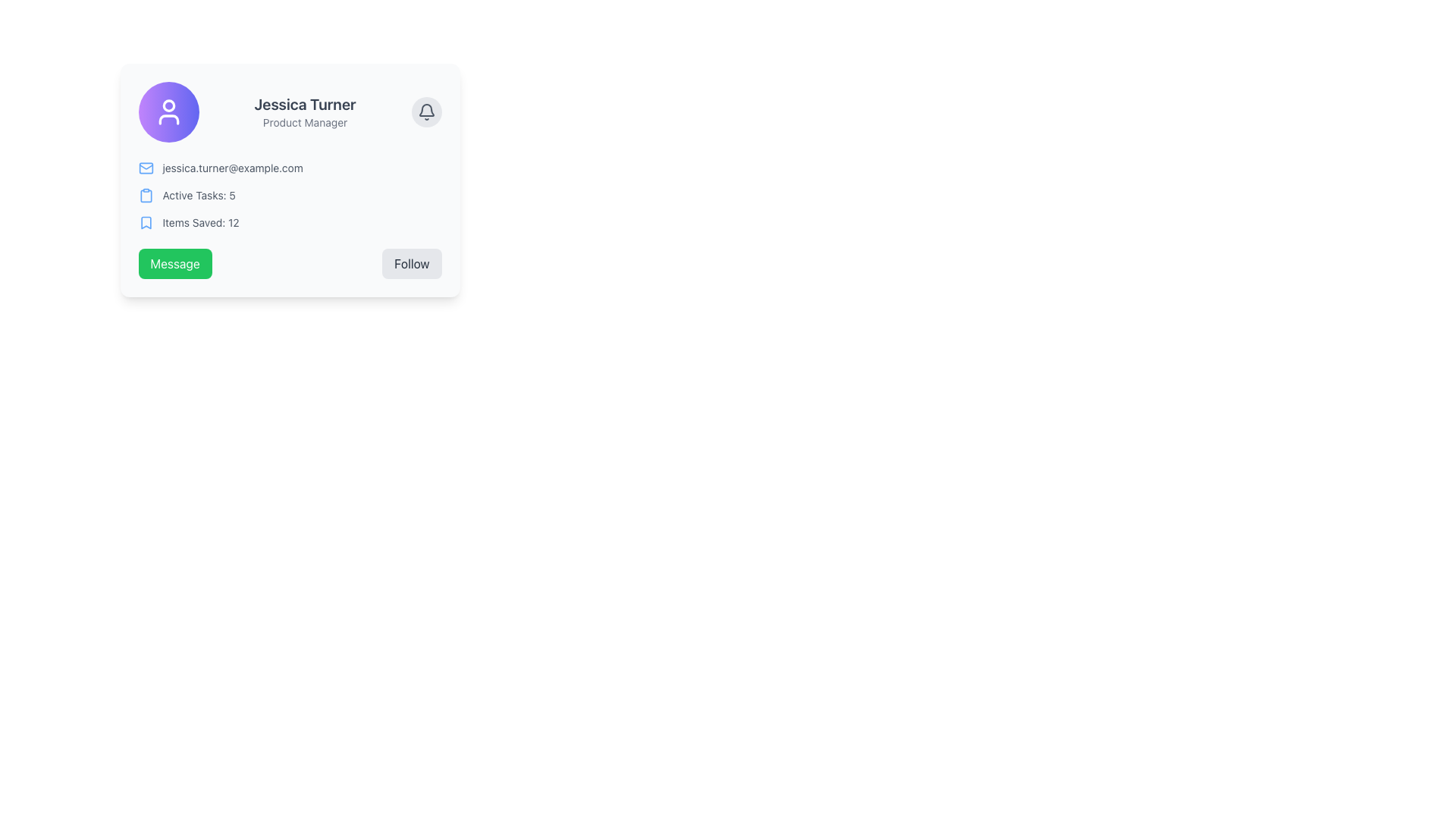 This screenshot has width=1456, height=819. Describe the element at coordinates (146, 168) in the screenshot. I see `the small blue mail icon located to the left of the email address 'jessica.turner@example.com' in the user profile card` at that location.